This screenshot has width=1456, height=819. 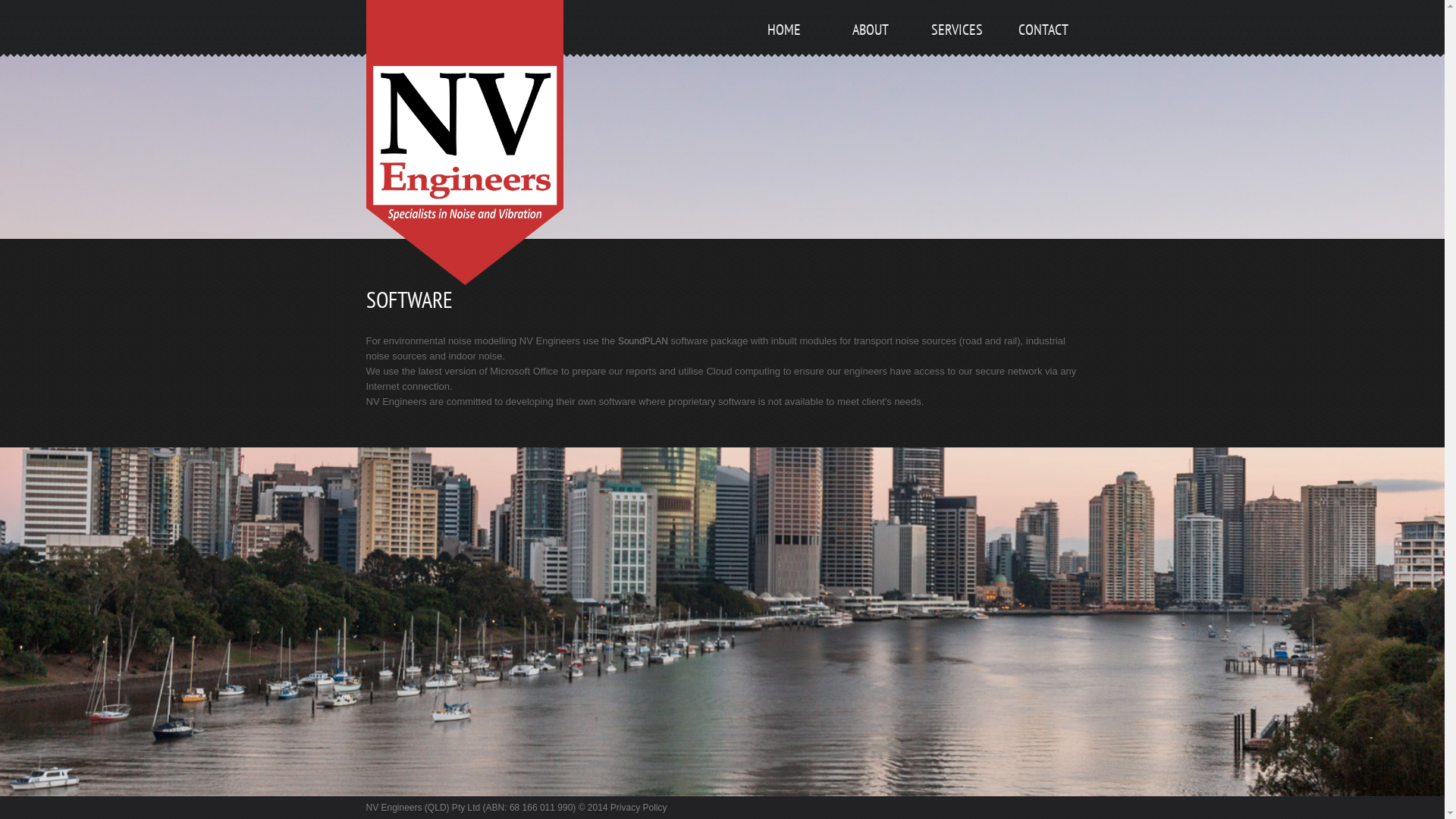 What do you see at coordinates (833, 47) in the screenshot?
I see `'ABOUT'` at bounding box center [833, 47].